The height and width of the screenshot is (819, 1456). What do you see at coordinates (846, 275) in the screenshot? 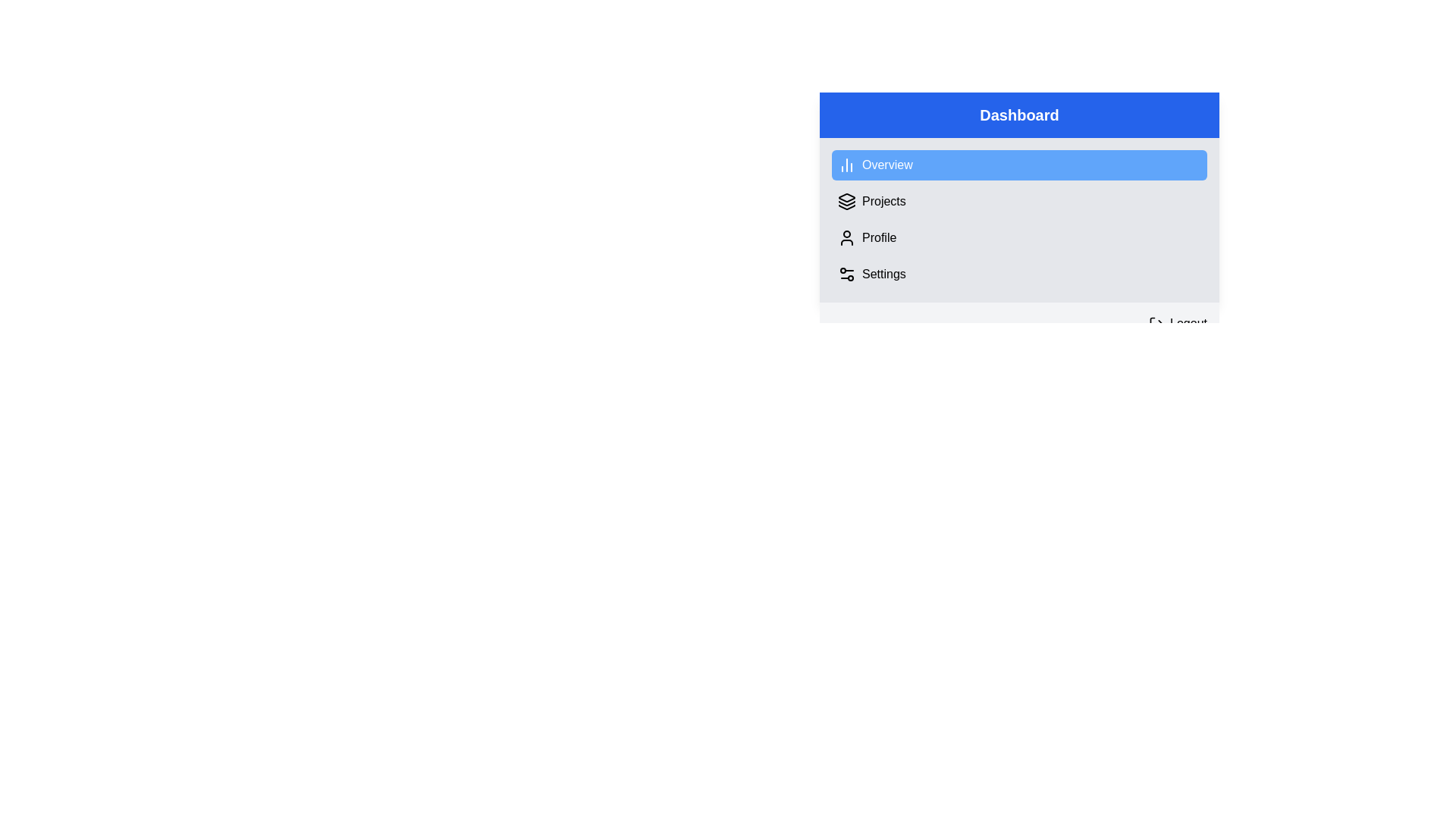
I see `the 'Settings' icon located to the left of the 'Settings' text, which serves as a cue for users` at bounding box center [846, 275].